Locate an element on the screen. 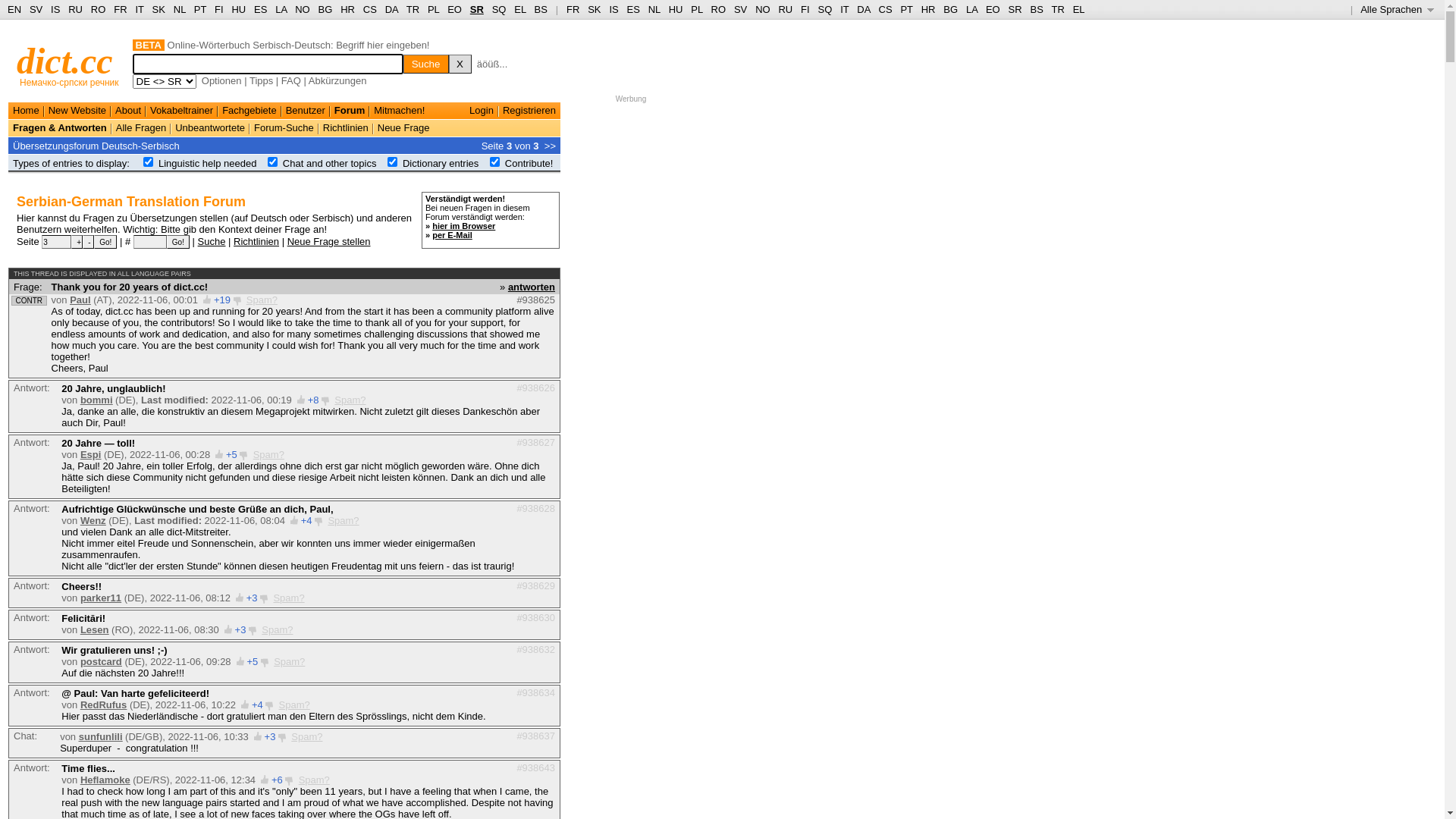 The height and width of the screenshot is (819, 1456). 'NO' is located at coordinates (763, 9).